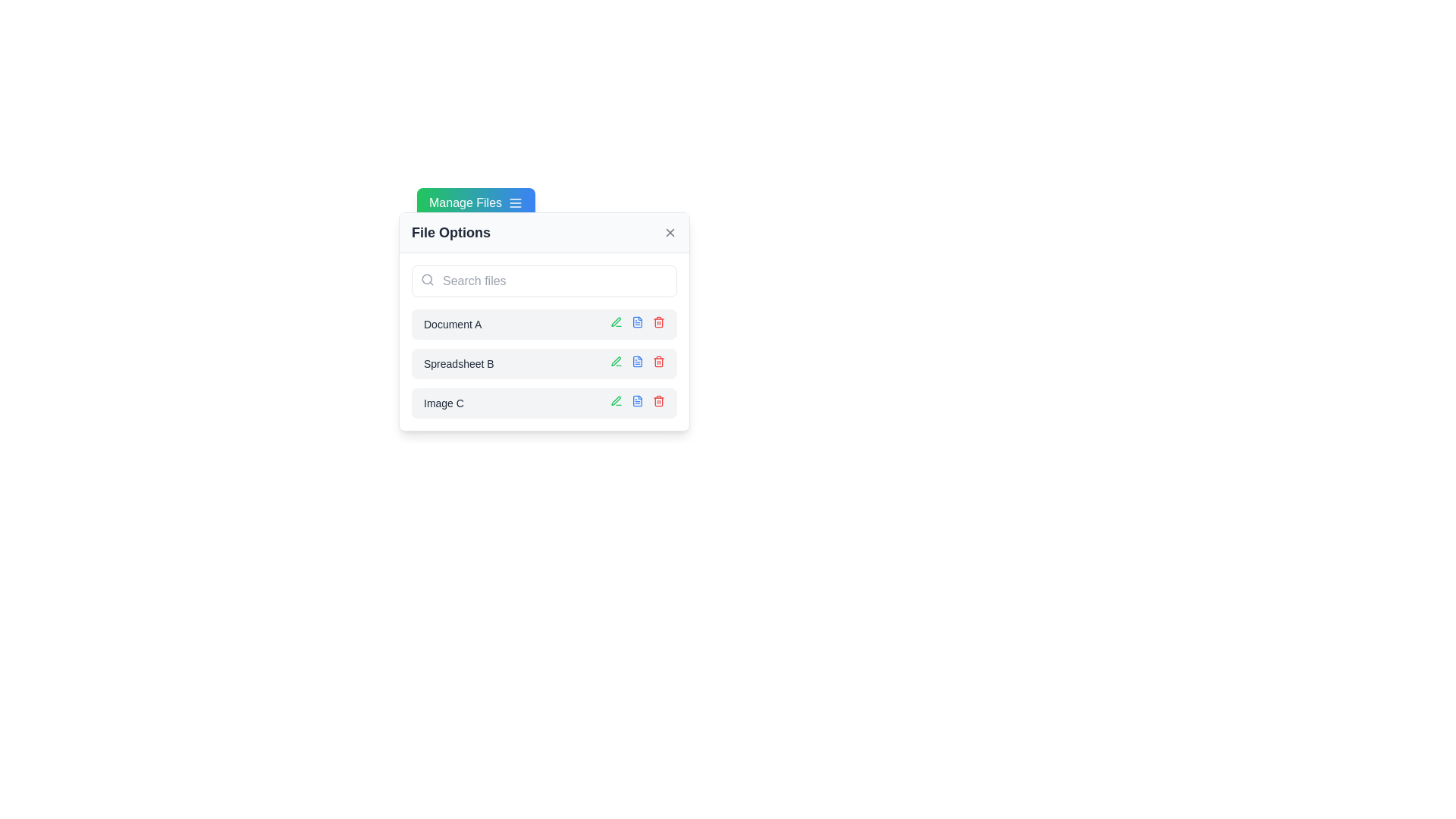  What do you see at coordinates (544, 324) in the screenshot?
I see `the first entry in the 'File Options' panel, which is labeled 'Document A' and contains action buttons for editing, viewing, and deleting the file` at bounding box center [544, 324].